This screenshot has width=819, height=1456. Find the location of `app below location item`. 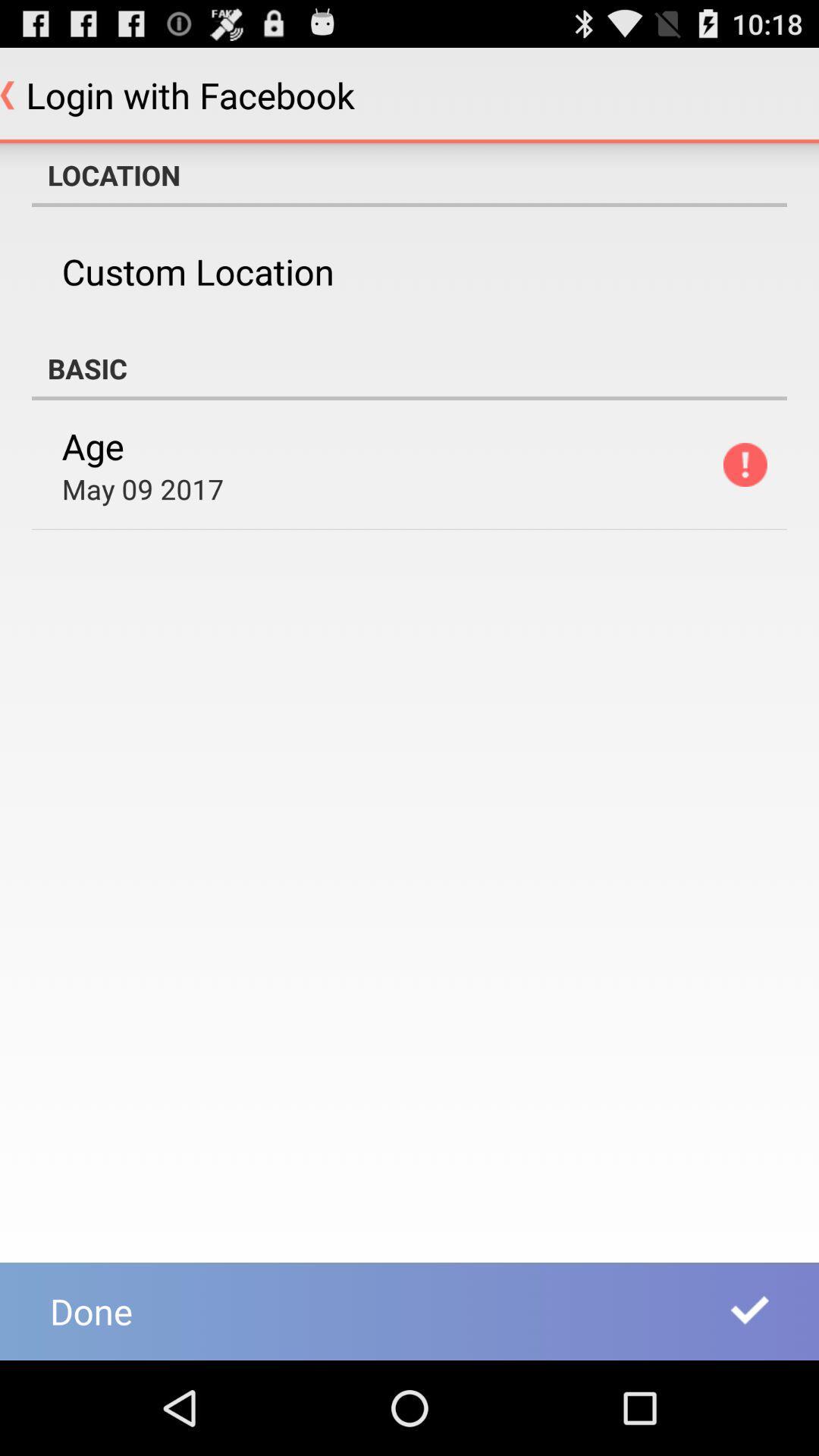

app below location item is located at coordinates (197, 271).